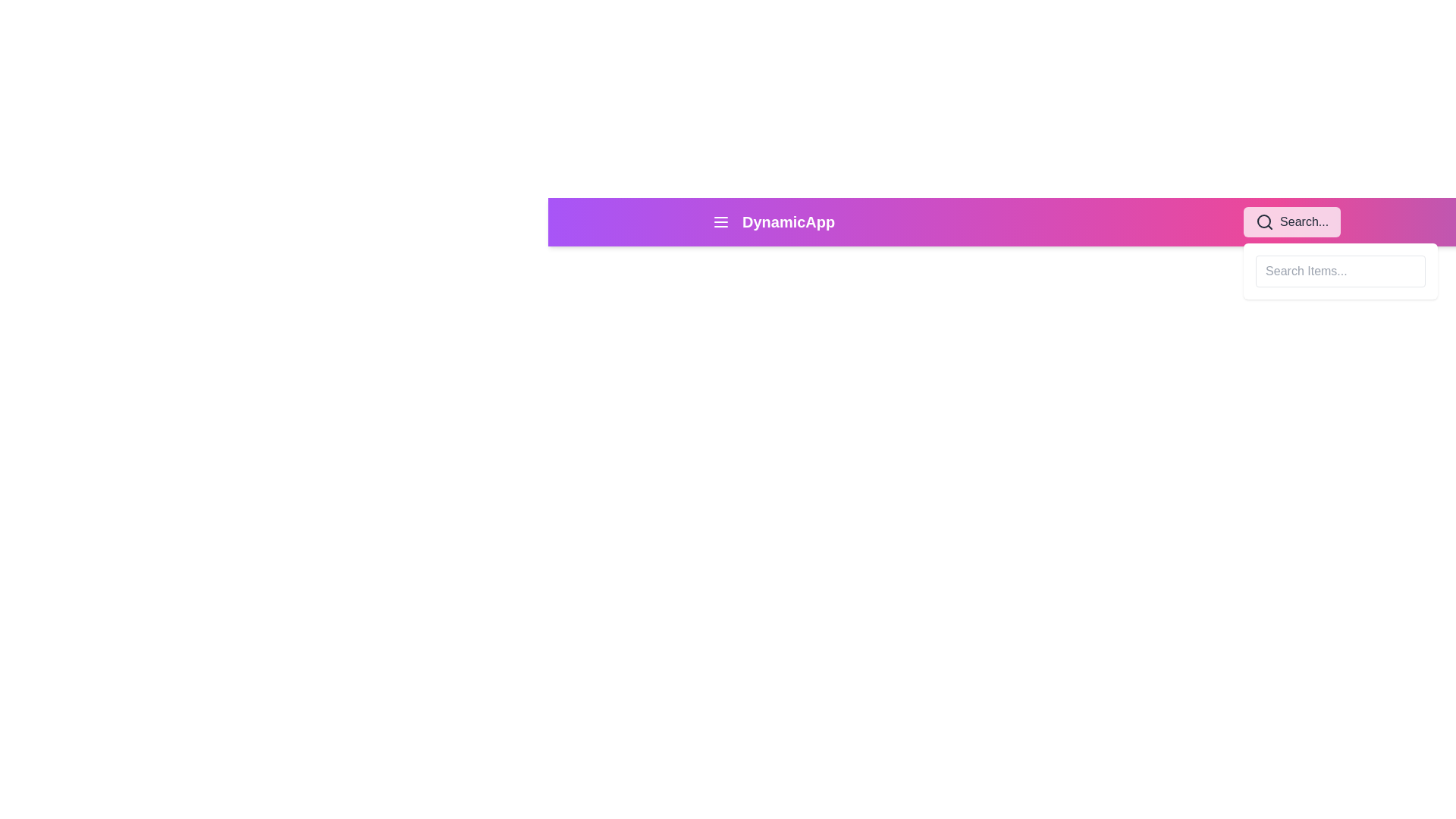 This screenshot has height=819, width=1456. Describe the element at coordinates (1291, 222) in the screenshot. I see `the magnifying glass icon in the Search input activator` at that location.